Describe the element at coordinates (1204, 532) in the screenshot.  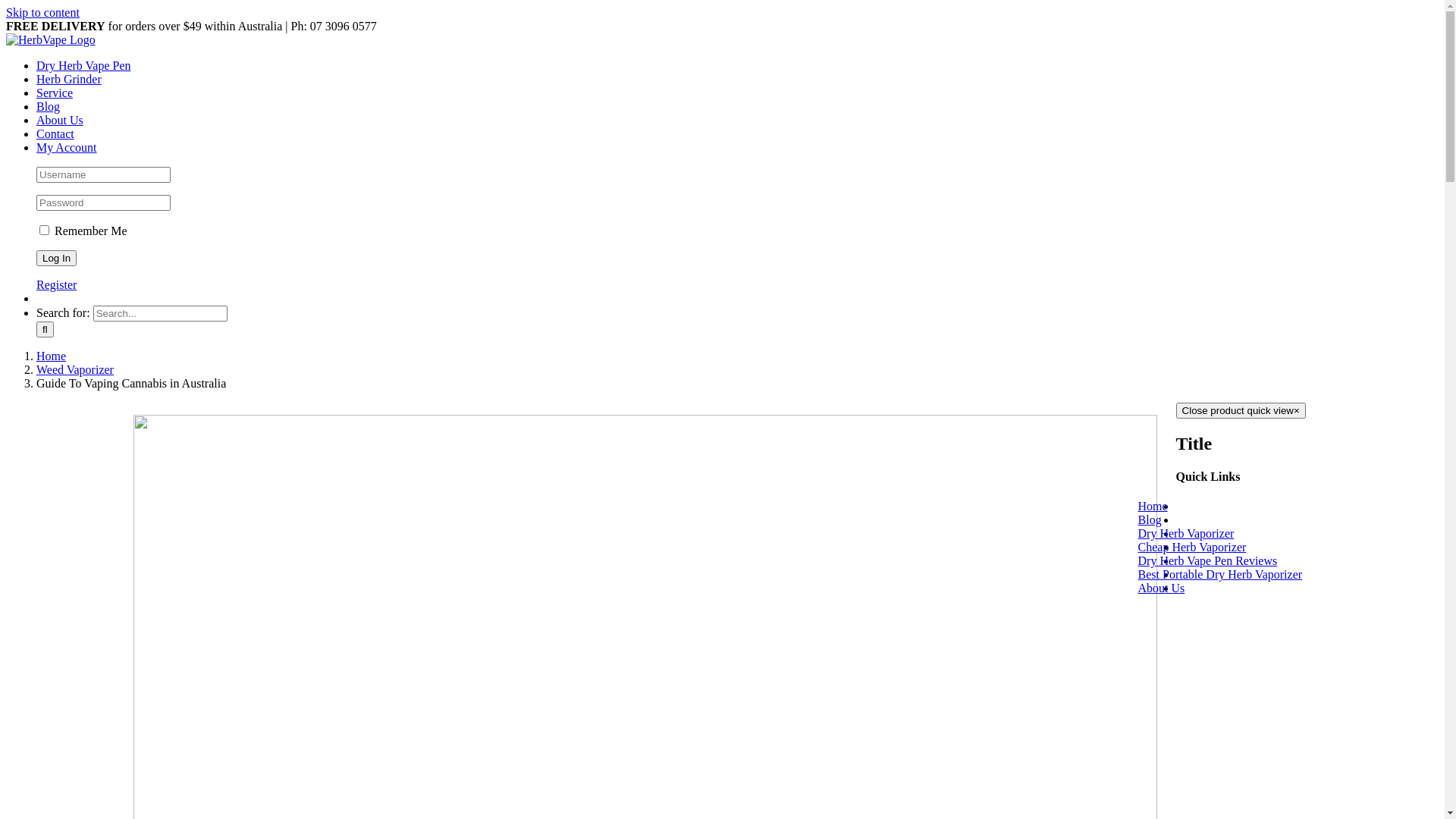
I see `'Dry Herb Vaporizer'` at that location.